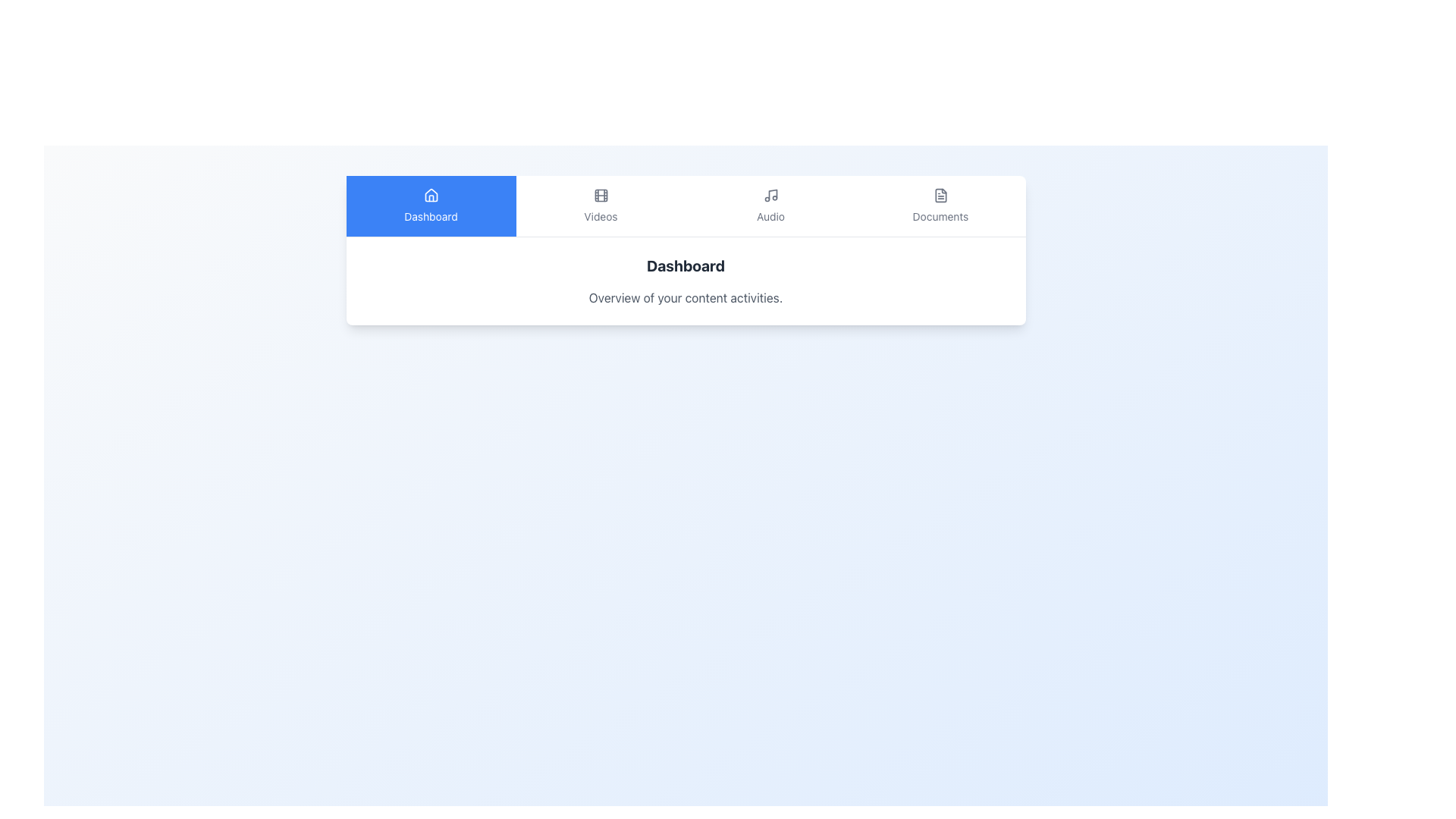 The image size is (1456, 819). What do you see at coordinates (770, 216) in the screenshot?
I see `the label that indicates a section related to audio content, located directly below the music note icon in the horizontal menu` at bounding box center [770, 216].